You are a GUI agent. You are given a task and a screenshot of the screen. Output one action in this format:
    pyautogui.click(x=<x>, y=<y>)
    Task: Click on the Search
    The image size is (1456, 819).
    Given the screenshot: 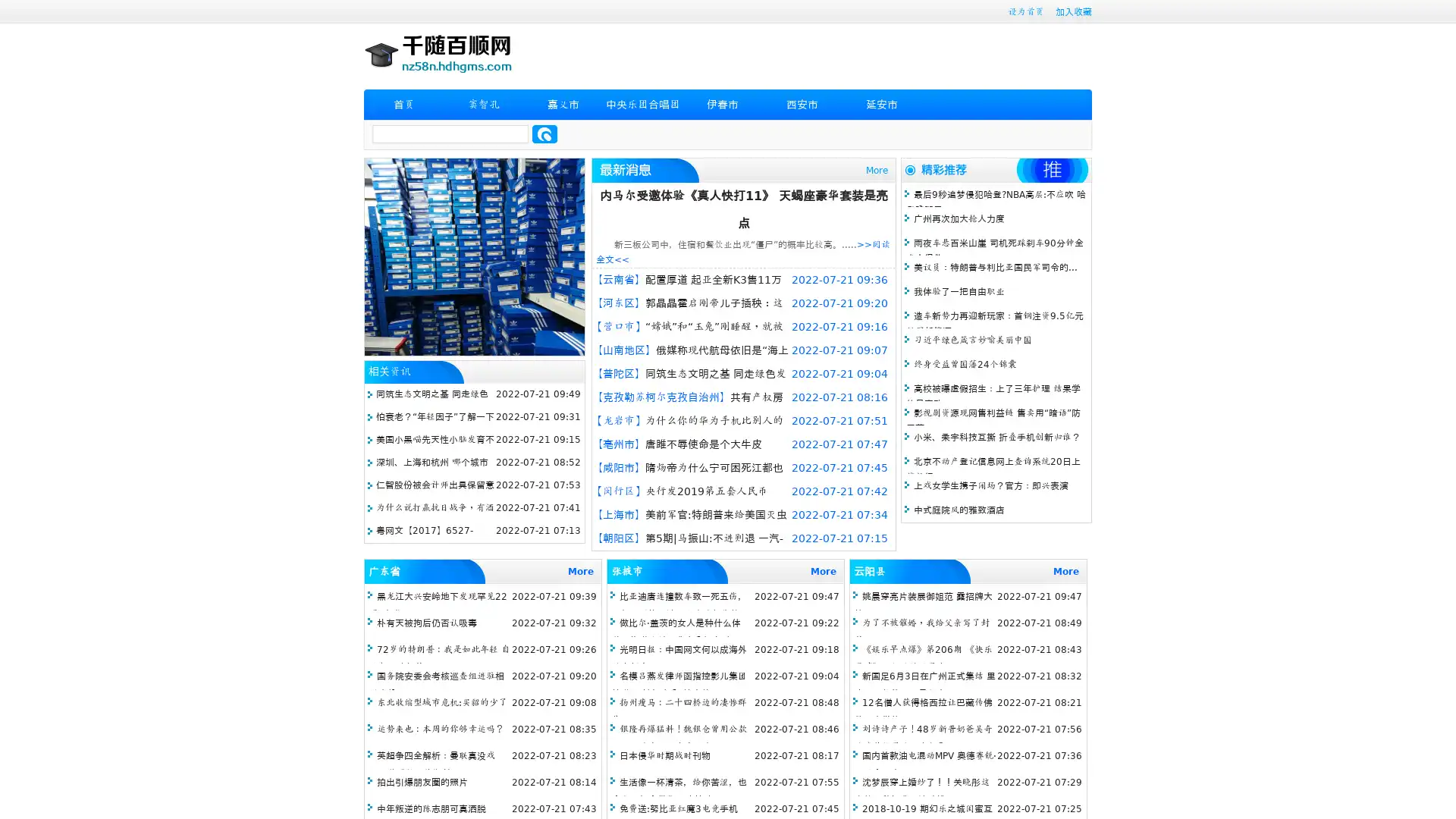 What is the action you would take?
    pyautogui.click(x=544, y=133)
    